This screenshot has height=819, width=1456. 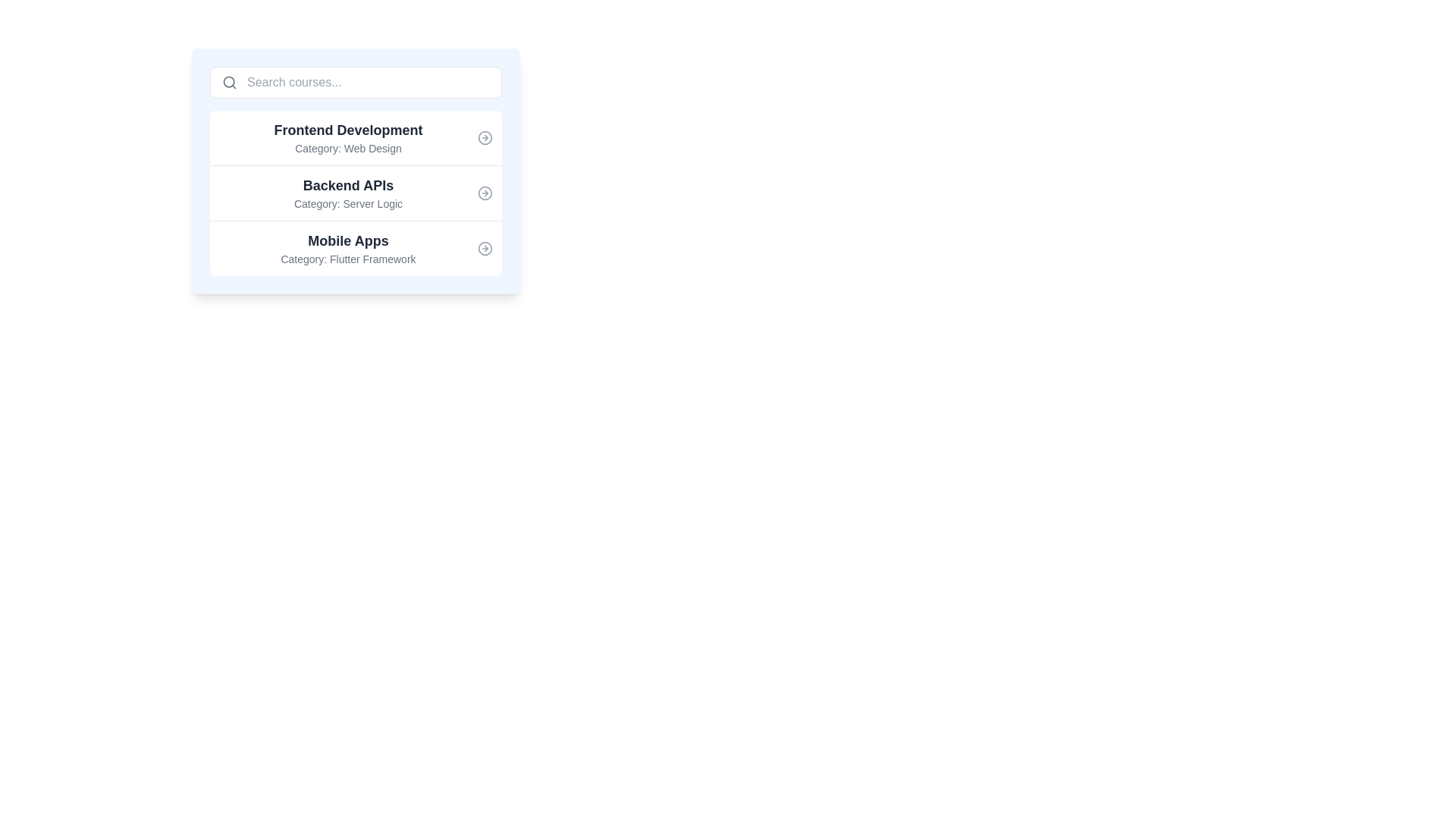 What do you see at coordinates (484, 137) in the screenshot?
I see `the circular SVG shape located in the top row of the list interface, adjacent to the 'Frontend Development' text` at bounding box center [484, 137].